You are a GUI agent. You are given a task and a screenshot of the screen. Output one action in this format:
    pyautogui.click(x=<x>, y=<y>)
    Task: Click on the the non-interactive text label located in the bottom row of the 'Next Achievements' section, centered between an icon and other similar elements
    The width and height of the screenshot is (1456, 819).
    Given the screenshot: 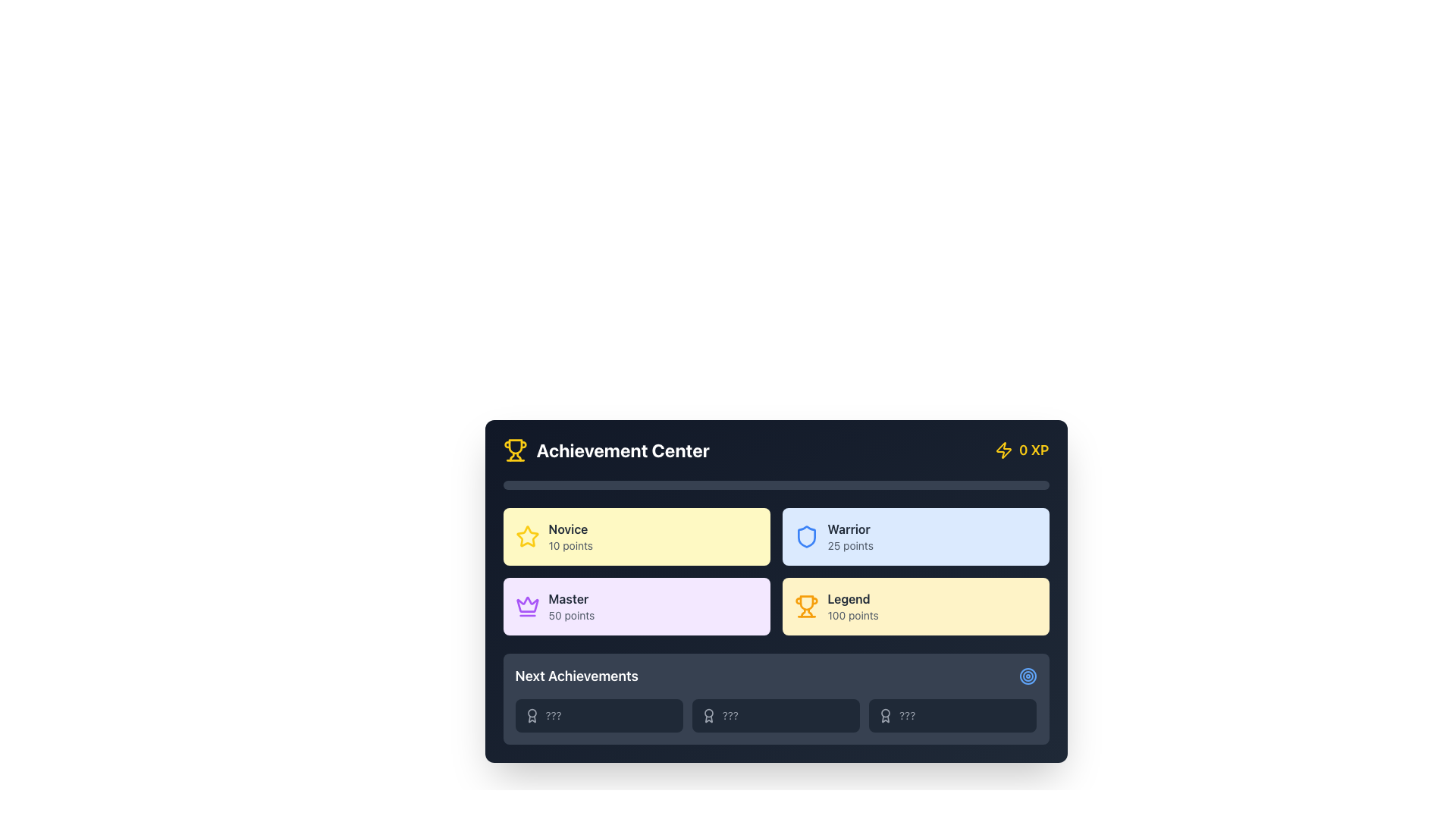 What is the action you would take?
    pyautogui.click(x=552, y=716)
    